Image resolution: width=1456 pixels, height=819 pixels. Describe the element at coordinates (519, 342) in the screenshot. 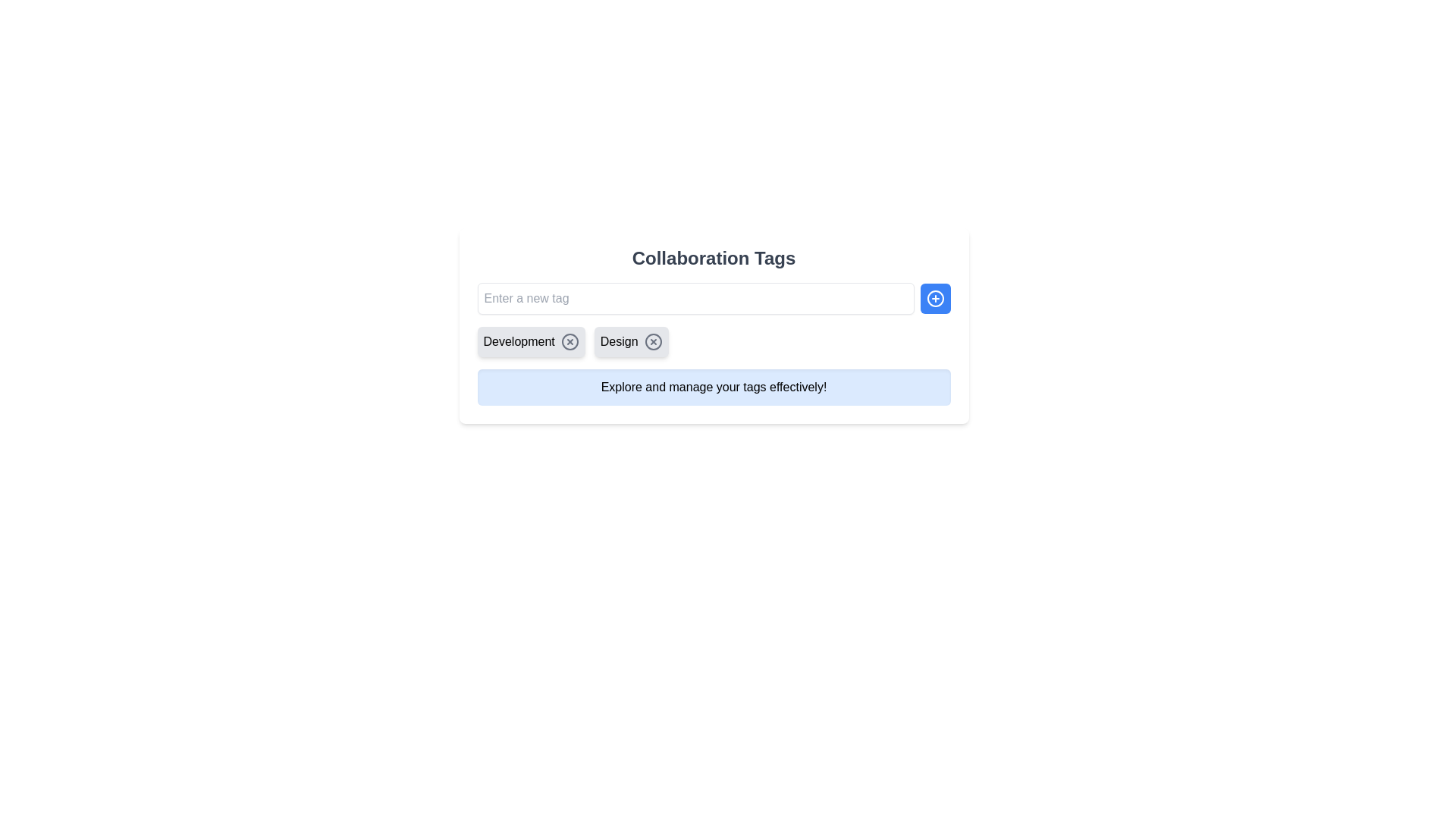

I see `the 'Development' text label from the left center region of the 'Collaboration Tags' area` at that location.